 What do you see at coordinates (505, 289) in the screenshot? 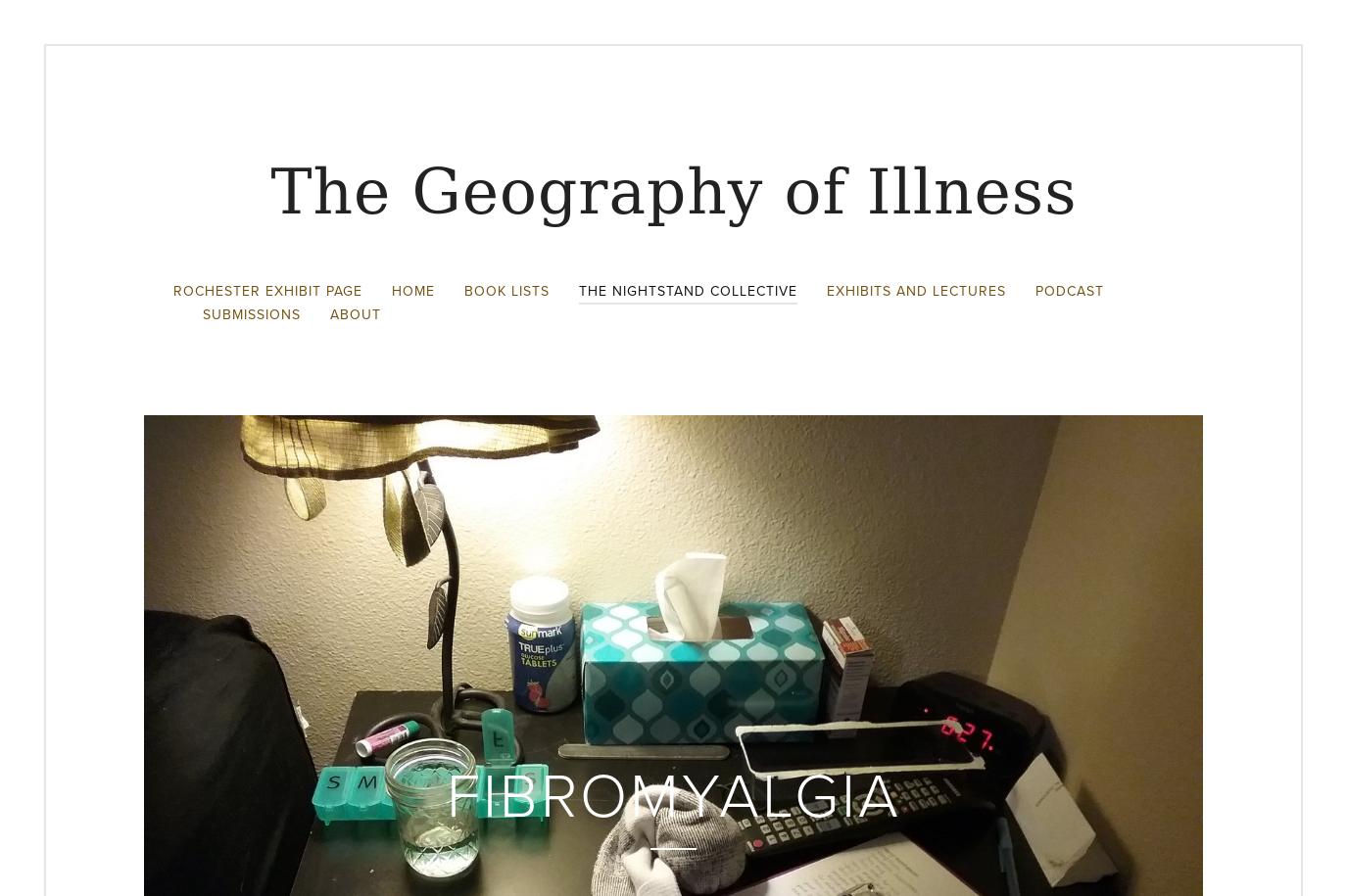
I see `'Book Lists'` at bounding box center [505, 289].